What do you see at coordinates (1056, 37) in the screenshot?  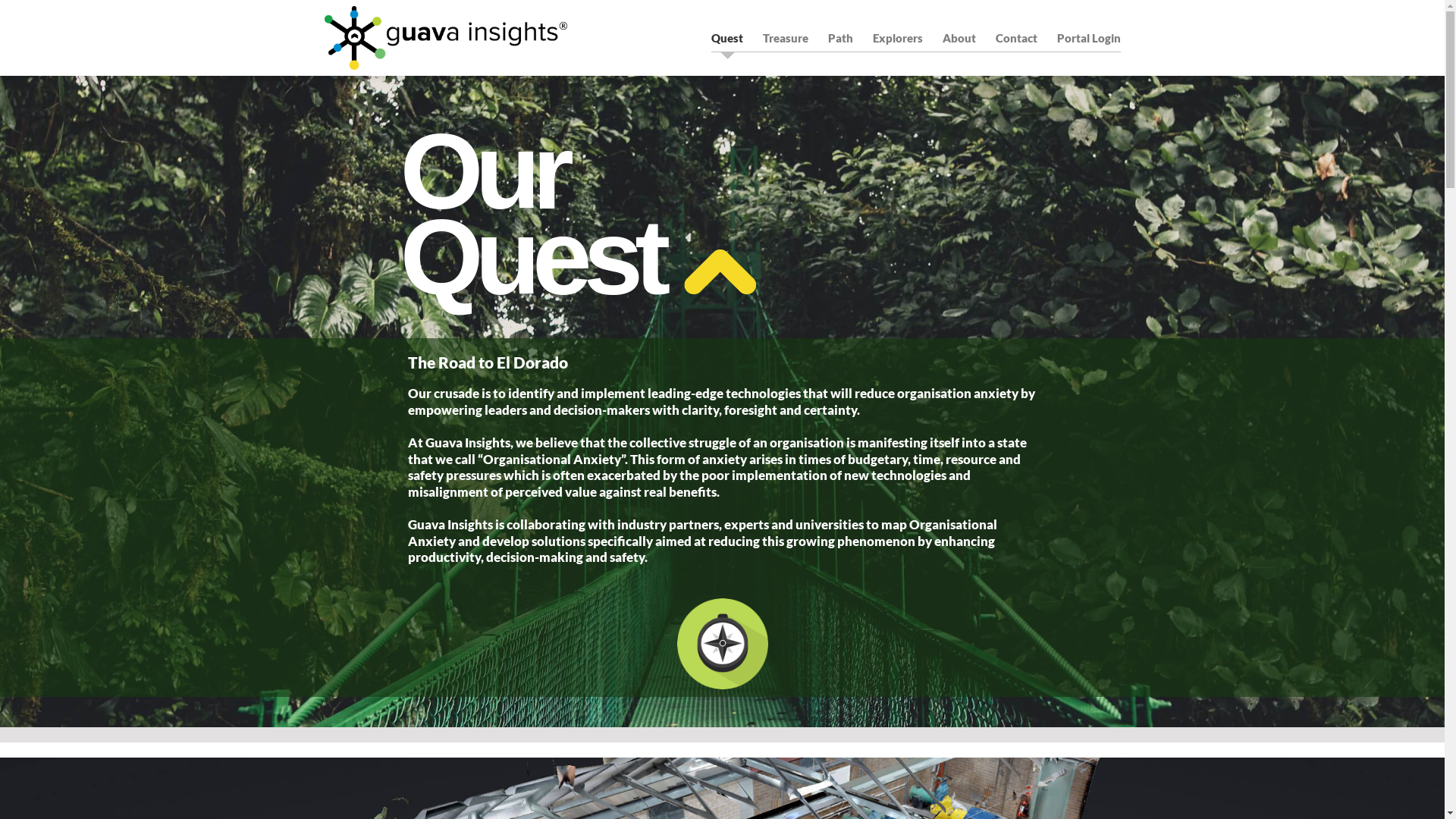 I see `'Portal Login'` at bounding box center [1056, 37].